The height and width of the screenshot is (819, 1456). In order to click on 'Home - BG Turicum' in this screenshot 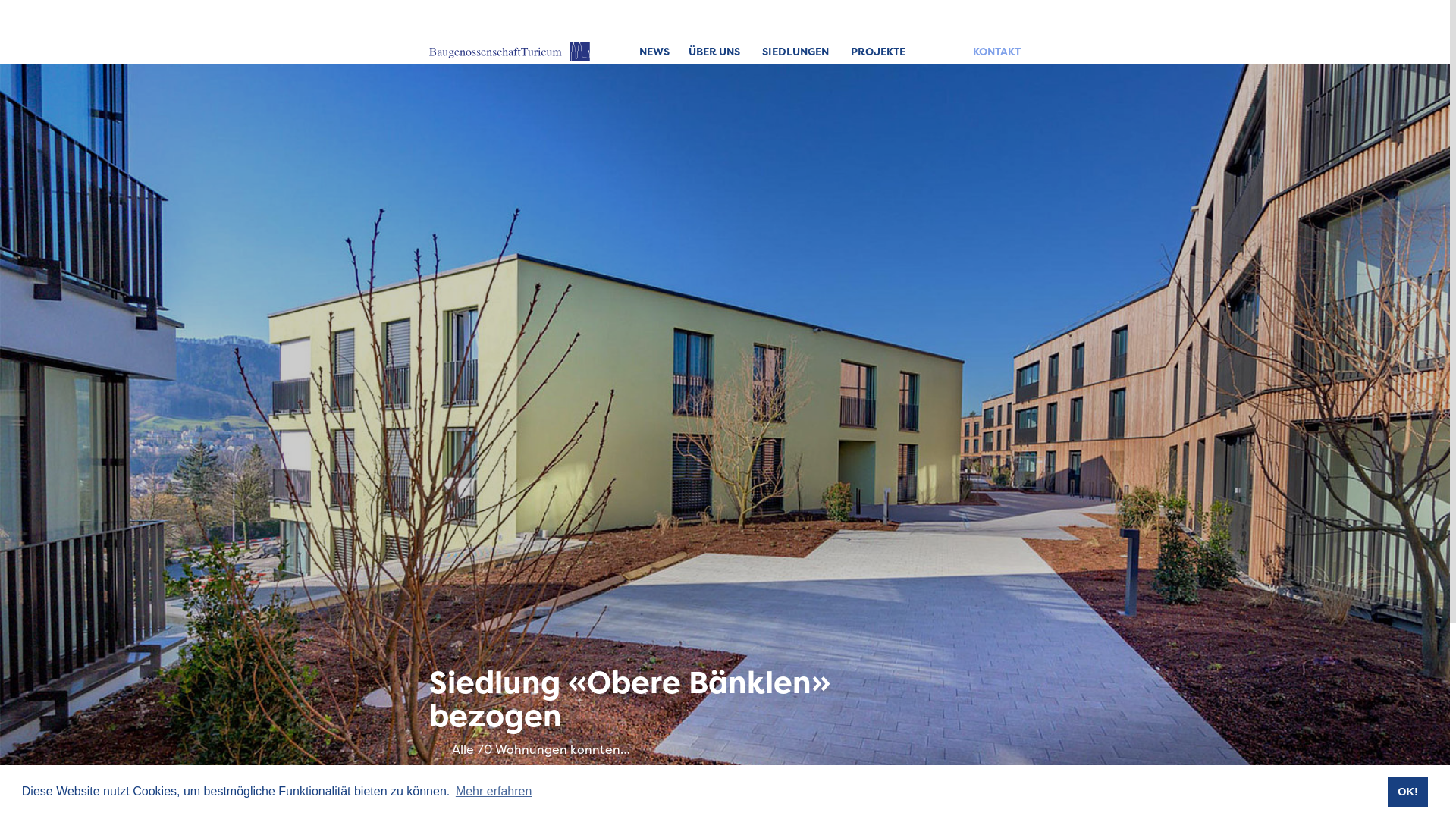, I will do `click(510, 51)`.